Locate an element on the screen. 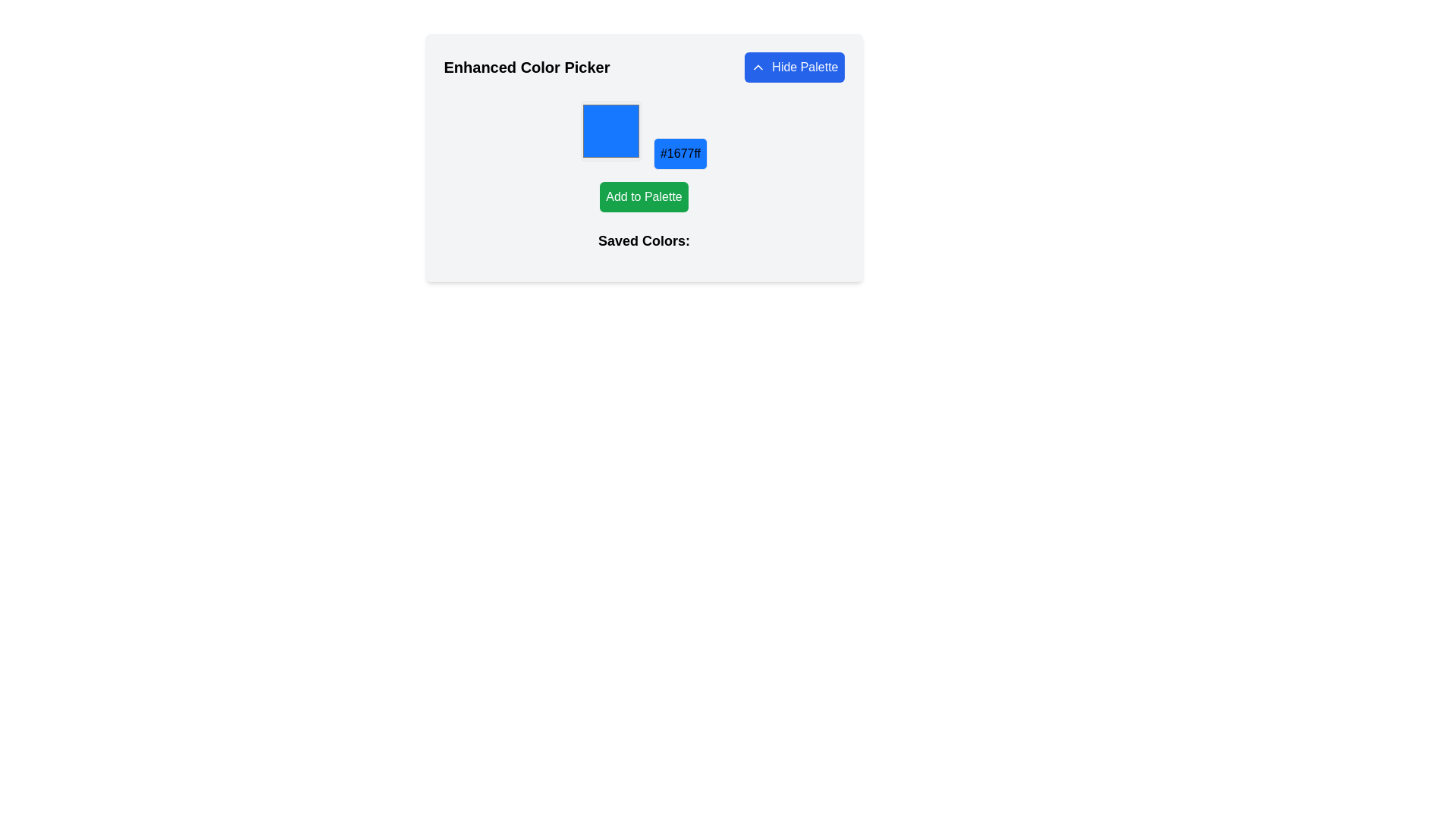  the blue rounded button labeled 'Hide Palette' with an upward-facing chevron icon is located at coordinates (793, 66).